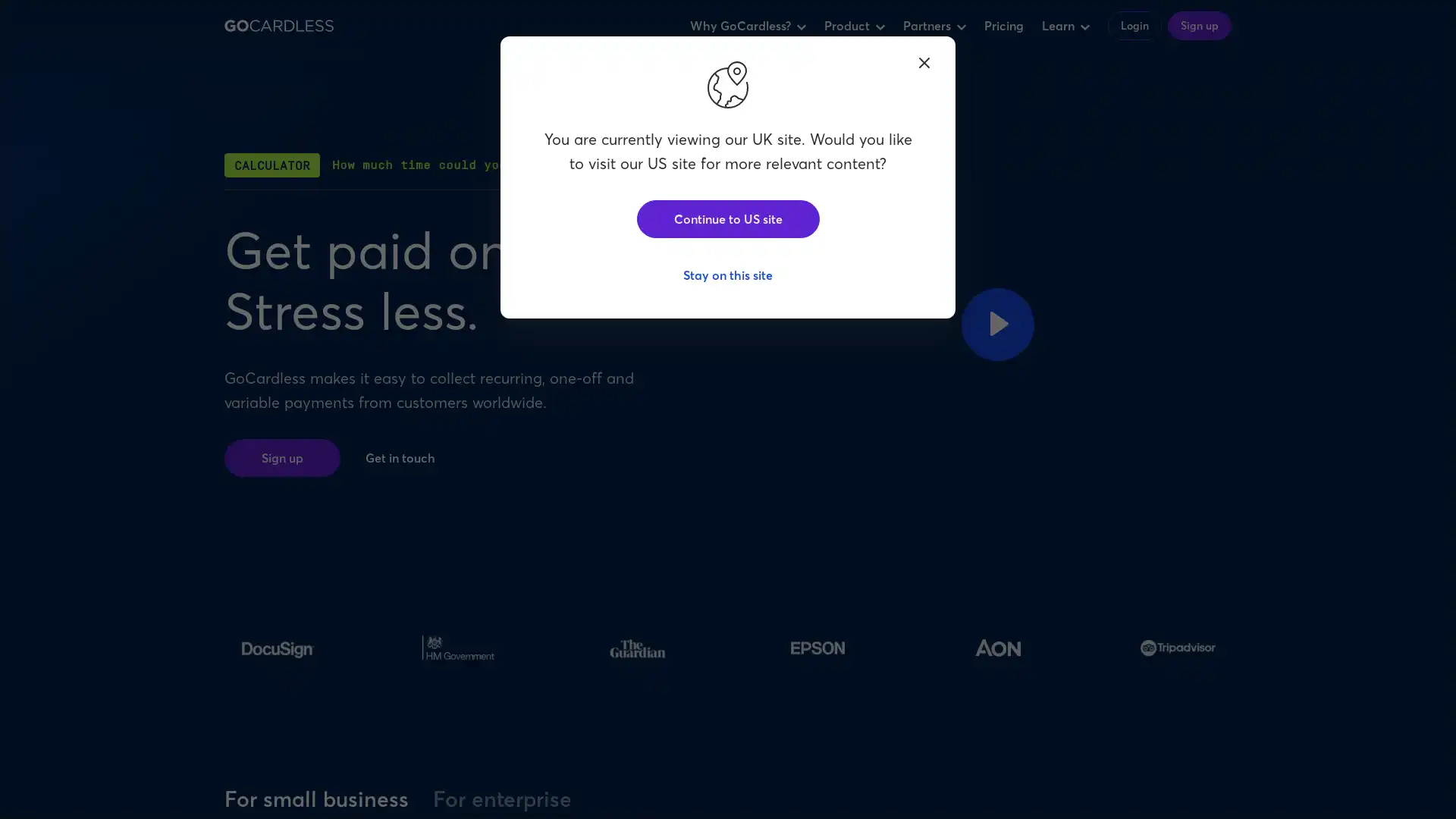  Describe the element at coordinates (855, 26) in the screenshot. I see `Product` at that location.